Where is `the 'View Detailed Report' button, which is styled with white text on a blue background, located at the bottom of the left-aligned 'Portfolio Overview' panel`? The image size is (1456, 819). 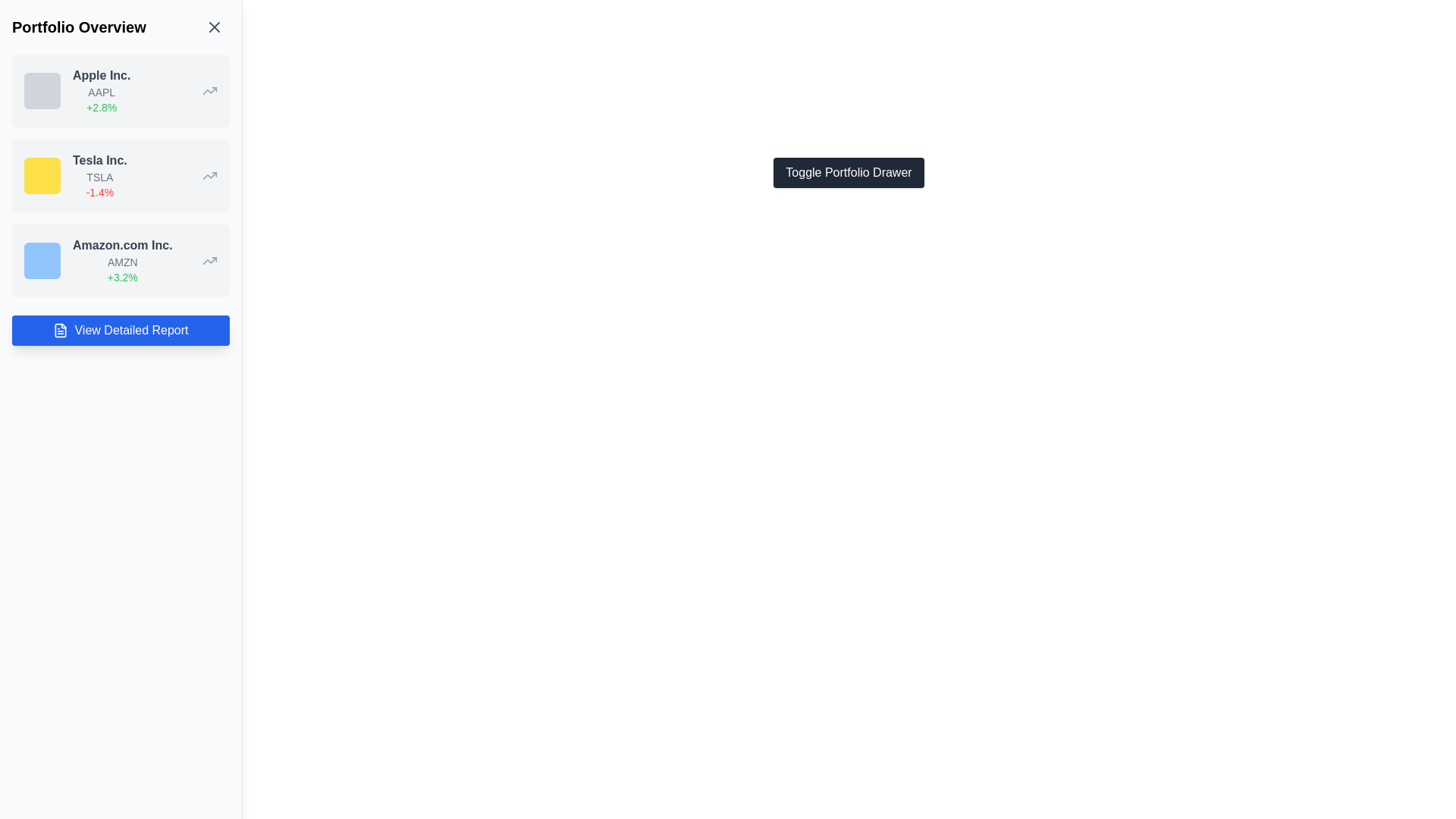
the 'View Detailed Report' button, which is styled with white text on a blue background, located at the bottom of the left-aligned 'Portfolio Overview' panel is located at coordinates (131, 329).